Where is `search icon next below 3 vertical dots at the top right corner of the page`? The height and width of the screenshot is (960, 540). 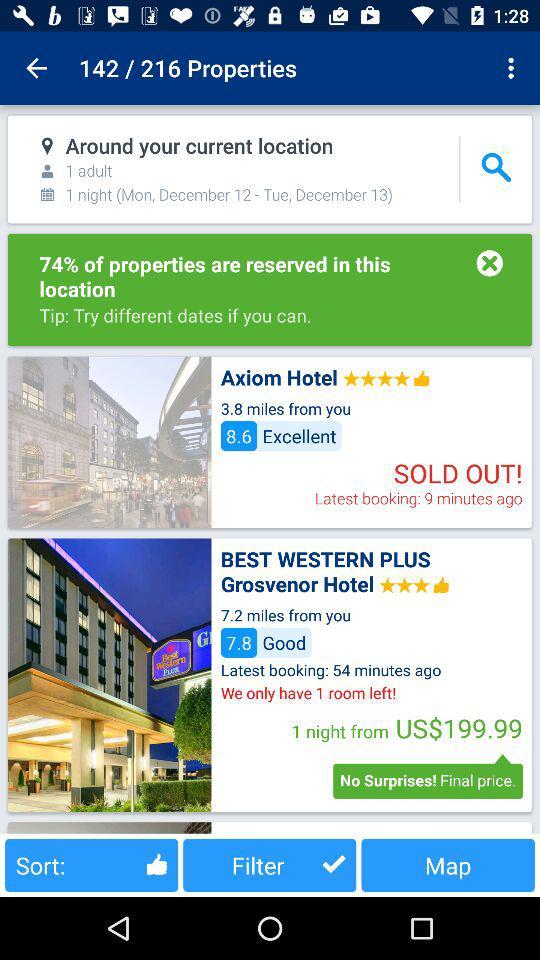 search icon next below 3 vertical dots at the top right corner of the page is located at coordinates (494, 167).